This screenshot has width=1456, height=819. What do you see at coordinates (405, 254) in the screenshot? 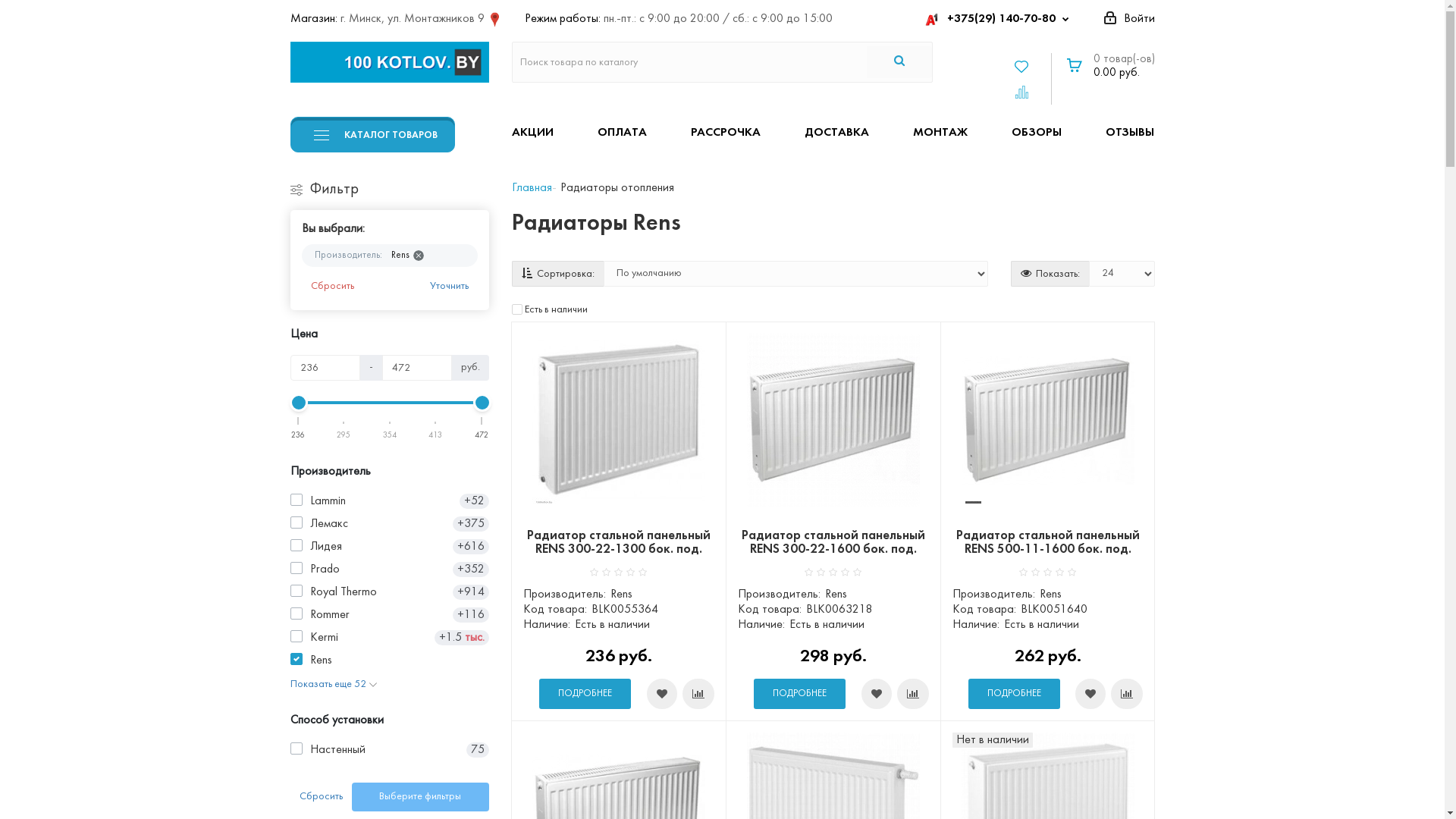
I see `'Rens'` at bounding box center [405, 254].